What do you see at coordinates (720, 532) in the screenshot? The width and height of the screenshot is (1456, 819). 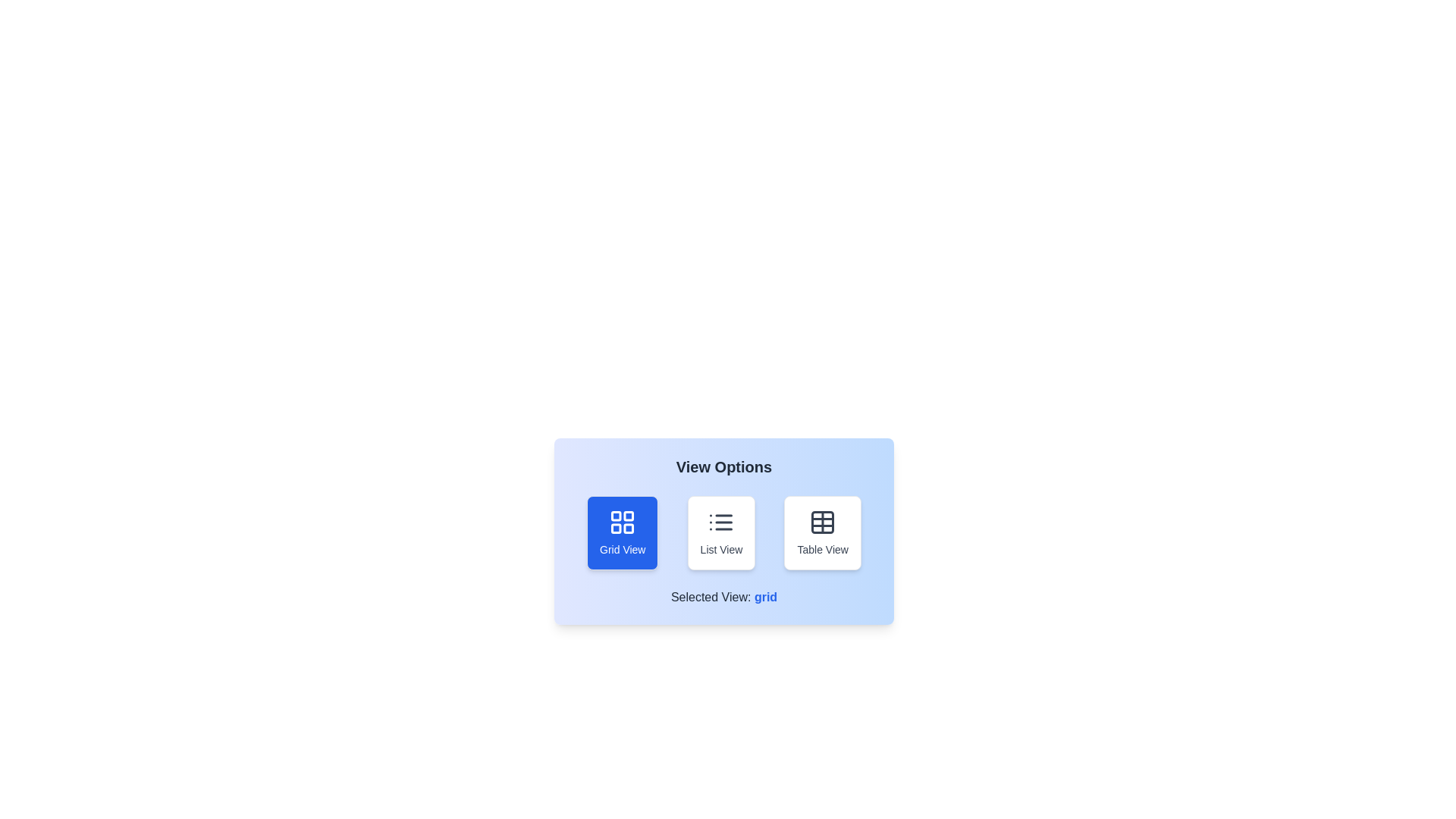 I see `the button corresponding to the view type 'List View' to select it` at bounding box center [720, 532].